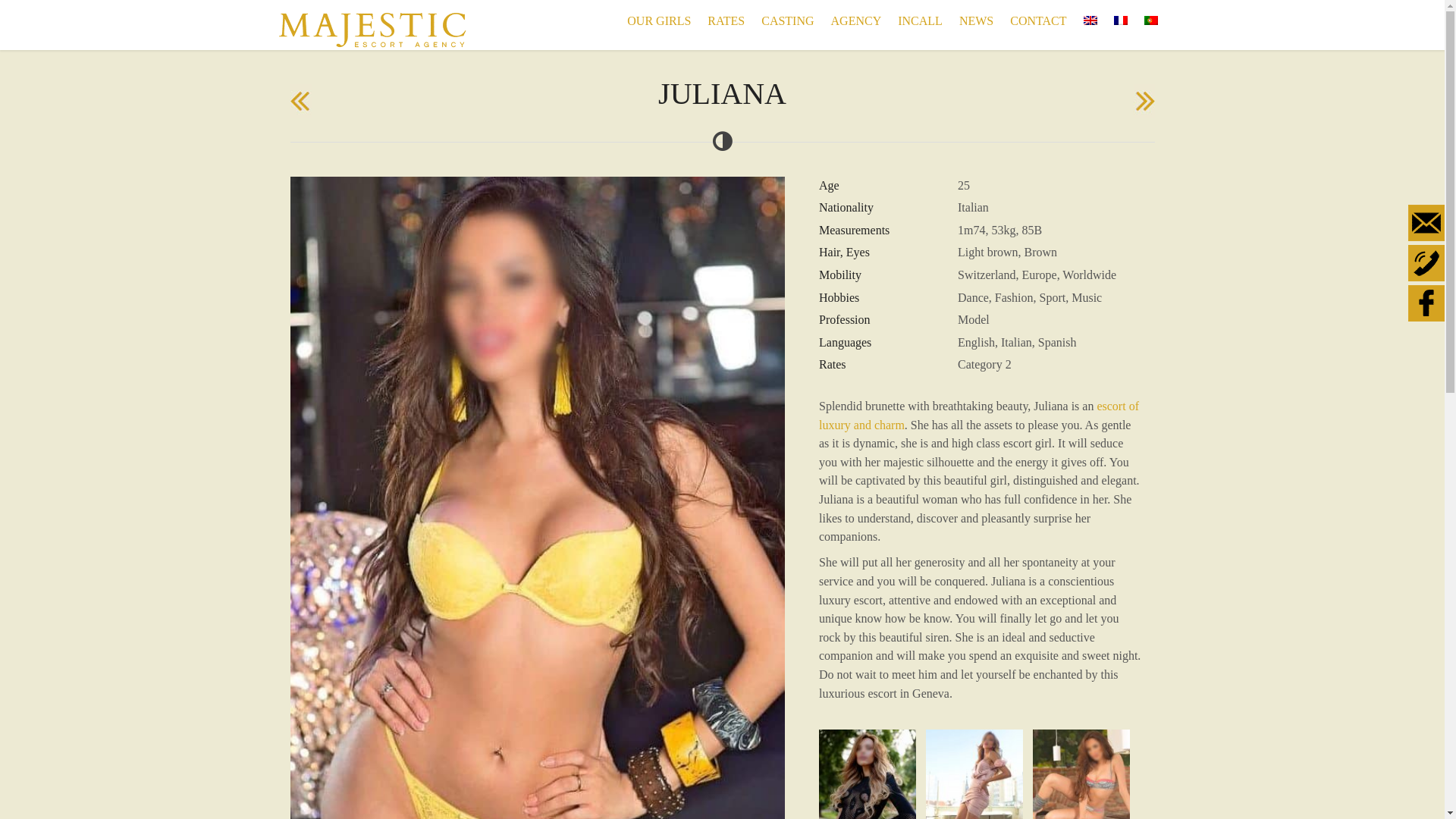 The height and width of the screenshot is (819, 1456). I want to click on 'INCALL', so click(889, 20).